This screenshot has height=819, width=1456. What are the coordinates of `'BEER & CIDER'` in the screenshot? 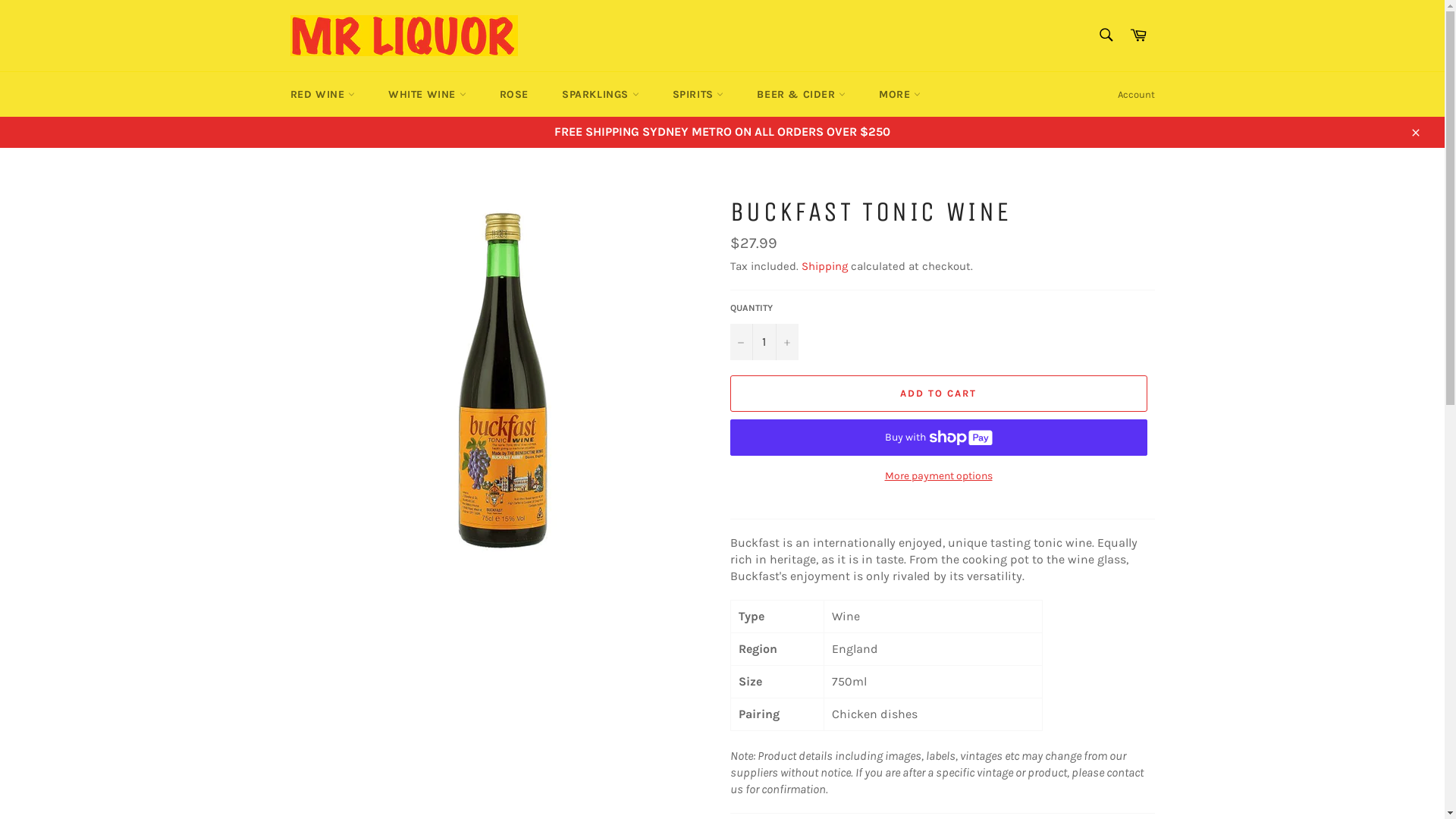 It's located at (800, 94).